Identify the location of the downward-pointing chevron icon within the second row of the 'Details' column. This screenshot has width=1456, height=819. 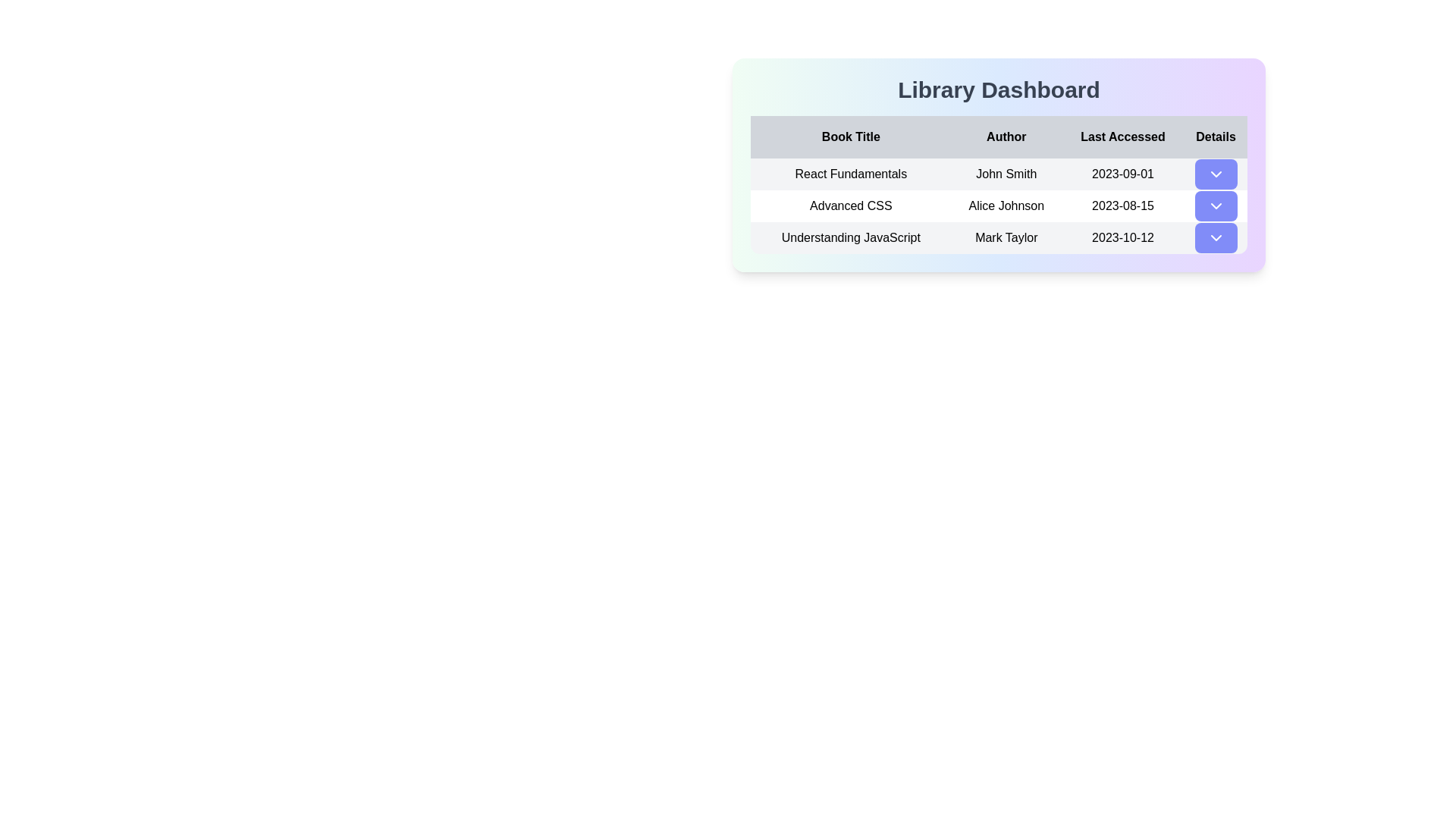
(1216, 206).